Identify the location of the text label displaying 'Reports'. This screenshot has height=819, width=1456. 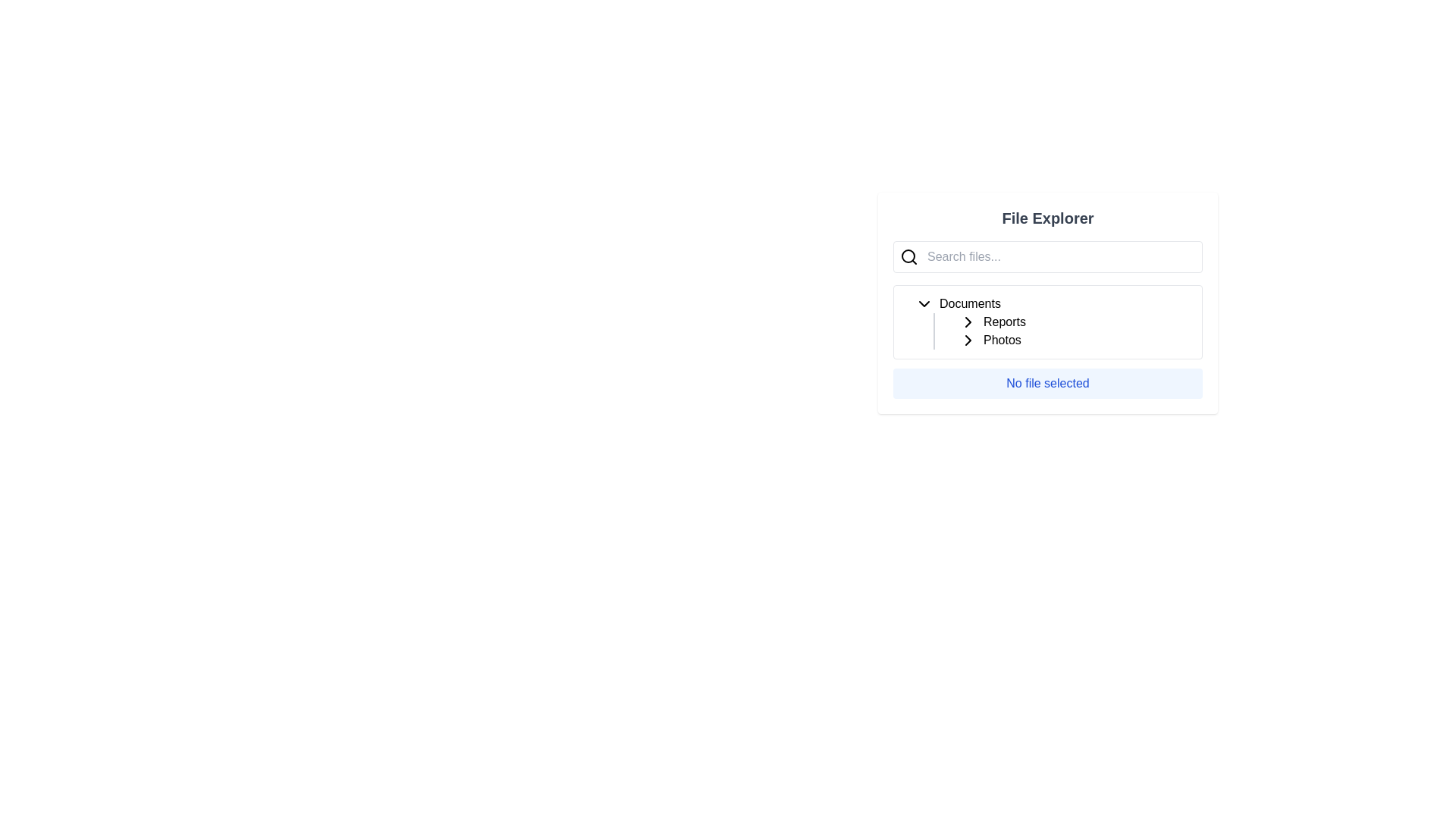
(1004, 321).